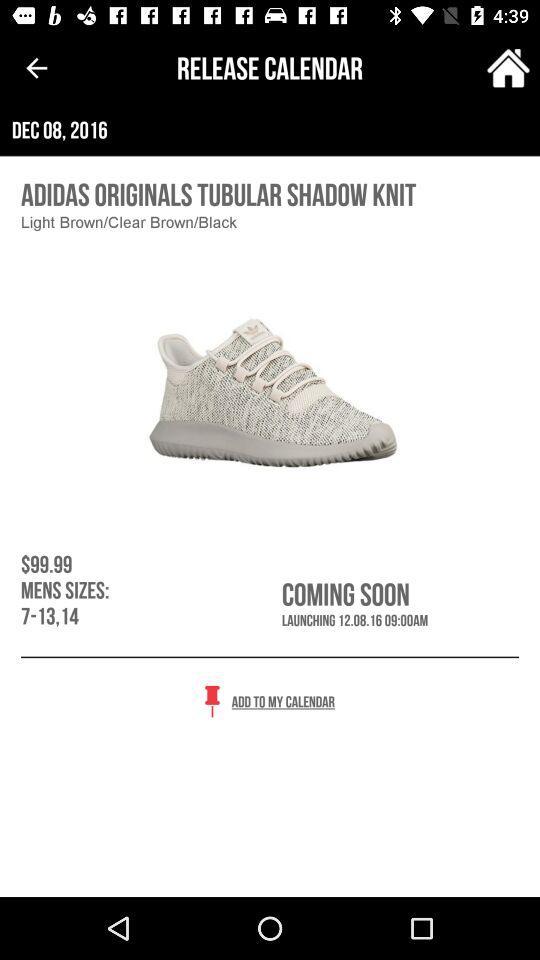  Describe the element at coordinates (508, 68) in the screenshot. I see `the icon above dec 08, 2016 item` at that location.